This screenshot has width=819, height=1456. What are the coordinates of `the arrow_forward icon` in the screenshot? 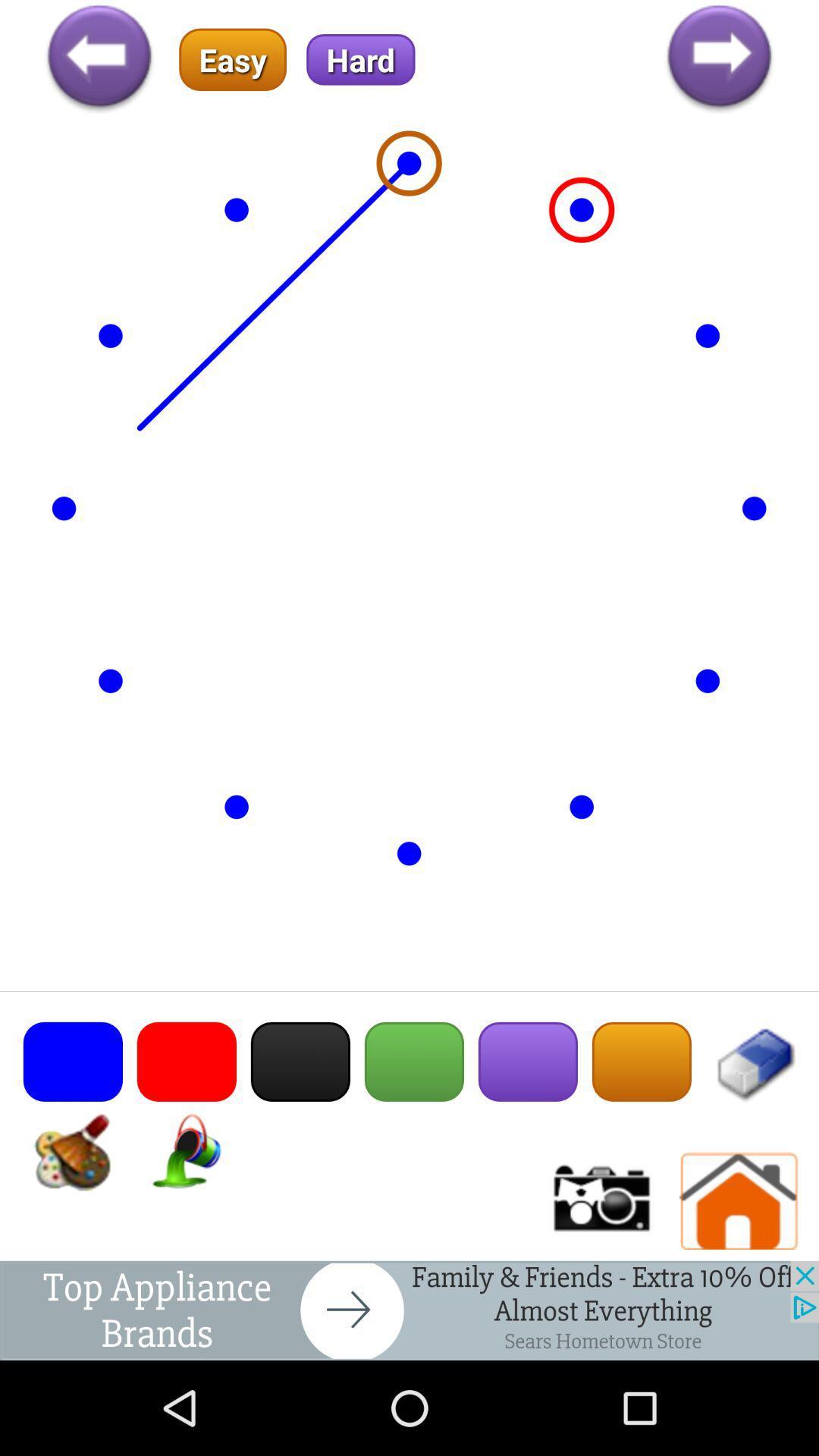 It's located at (718, 63).